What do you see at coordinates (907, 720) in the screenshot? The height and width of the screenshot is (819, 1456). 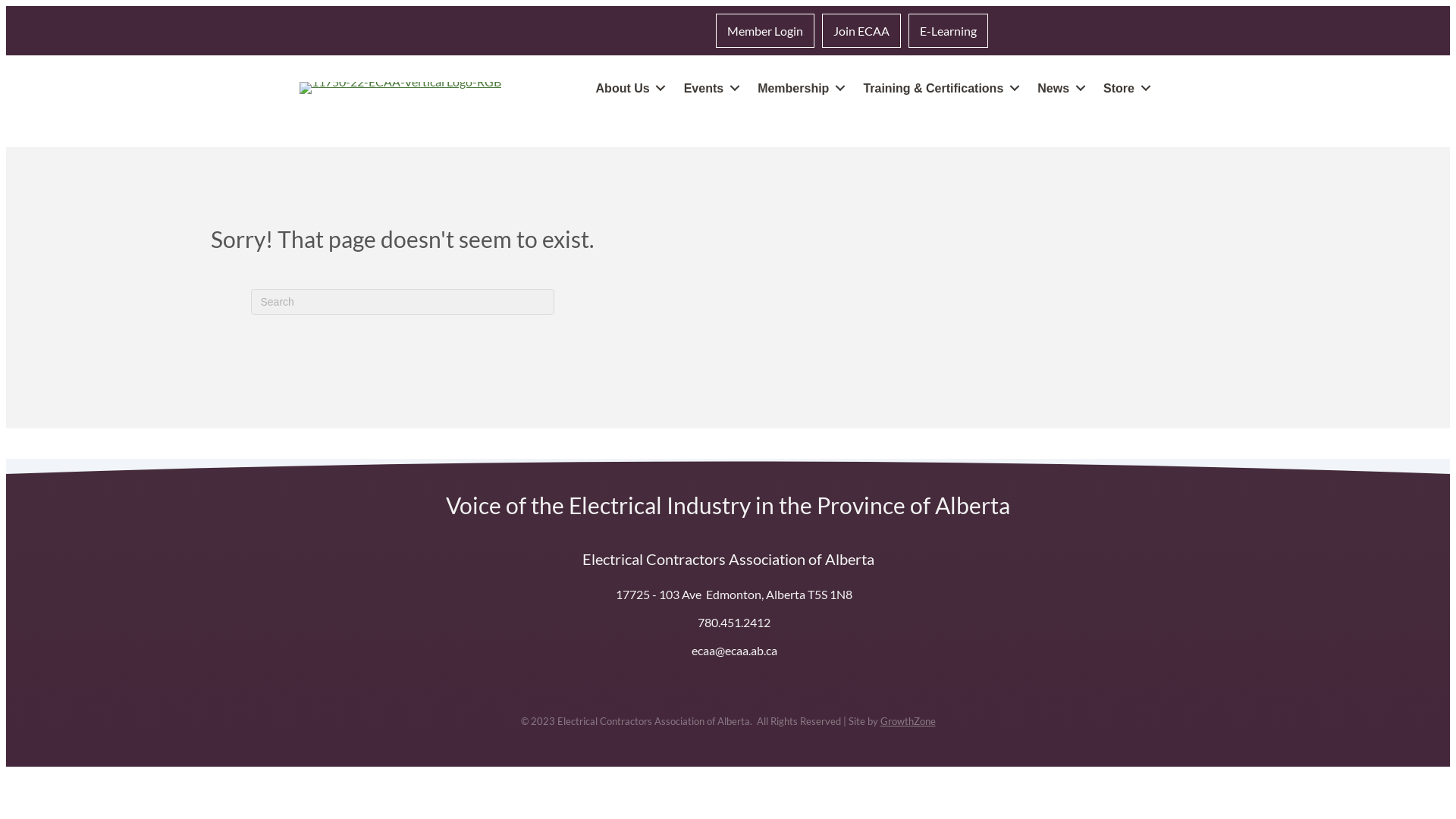 I see `'GrowthZone'` at bounding box center [907, 720].